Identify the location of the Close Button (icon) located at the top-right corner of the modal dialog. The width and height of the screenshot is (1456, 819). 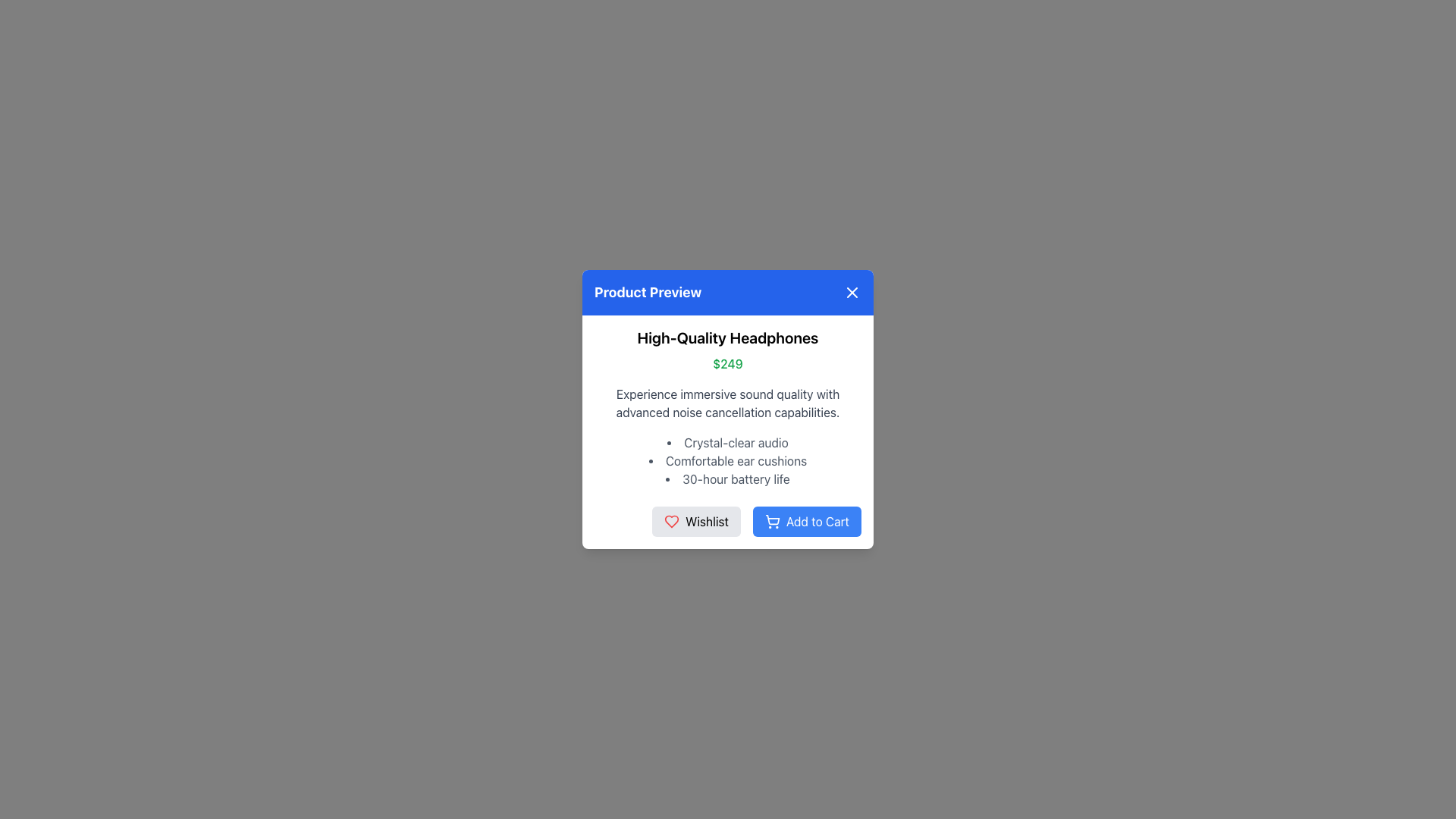
(852, 292).